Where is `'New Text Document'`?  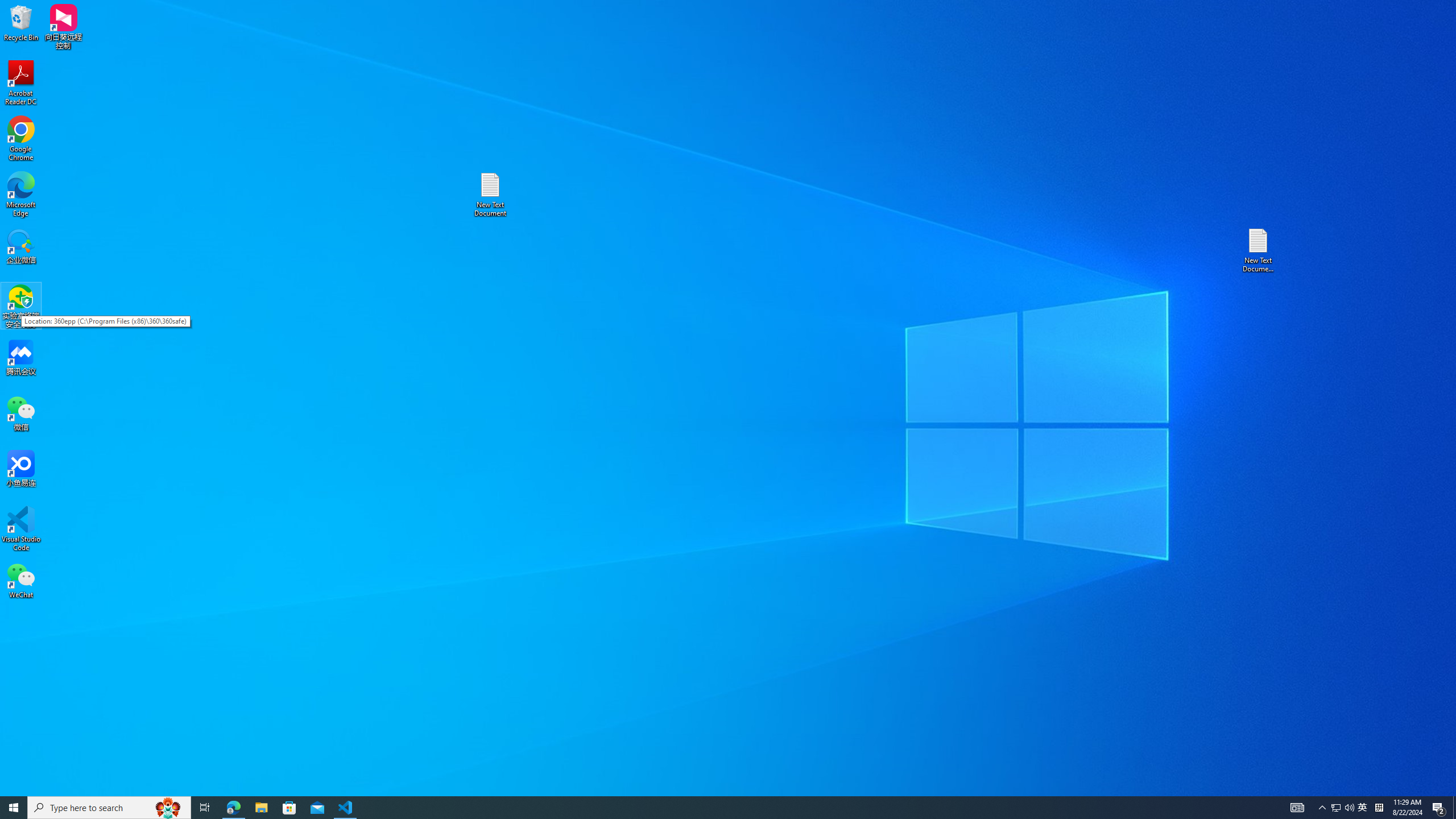 'New Text Document' is located at coordinates (489, 194).